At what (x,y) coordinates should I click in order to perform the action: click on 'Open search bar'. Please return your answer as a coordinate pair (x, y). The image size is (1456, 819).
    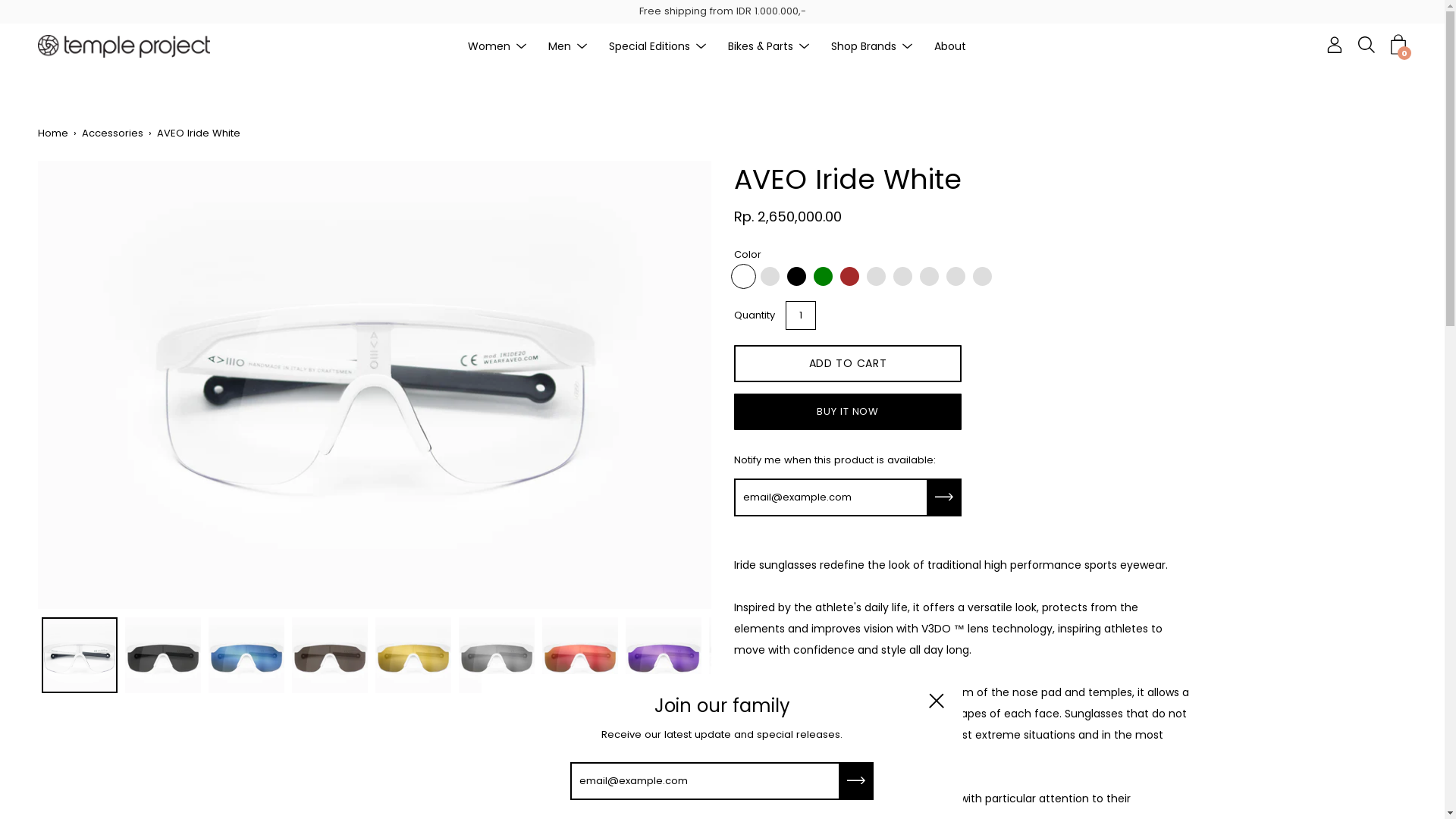
    Looking at the image, I should click on (1366, 43).